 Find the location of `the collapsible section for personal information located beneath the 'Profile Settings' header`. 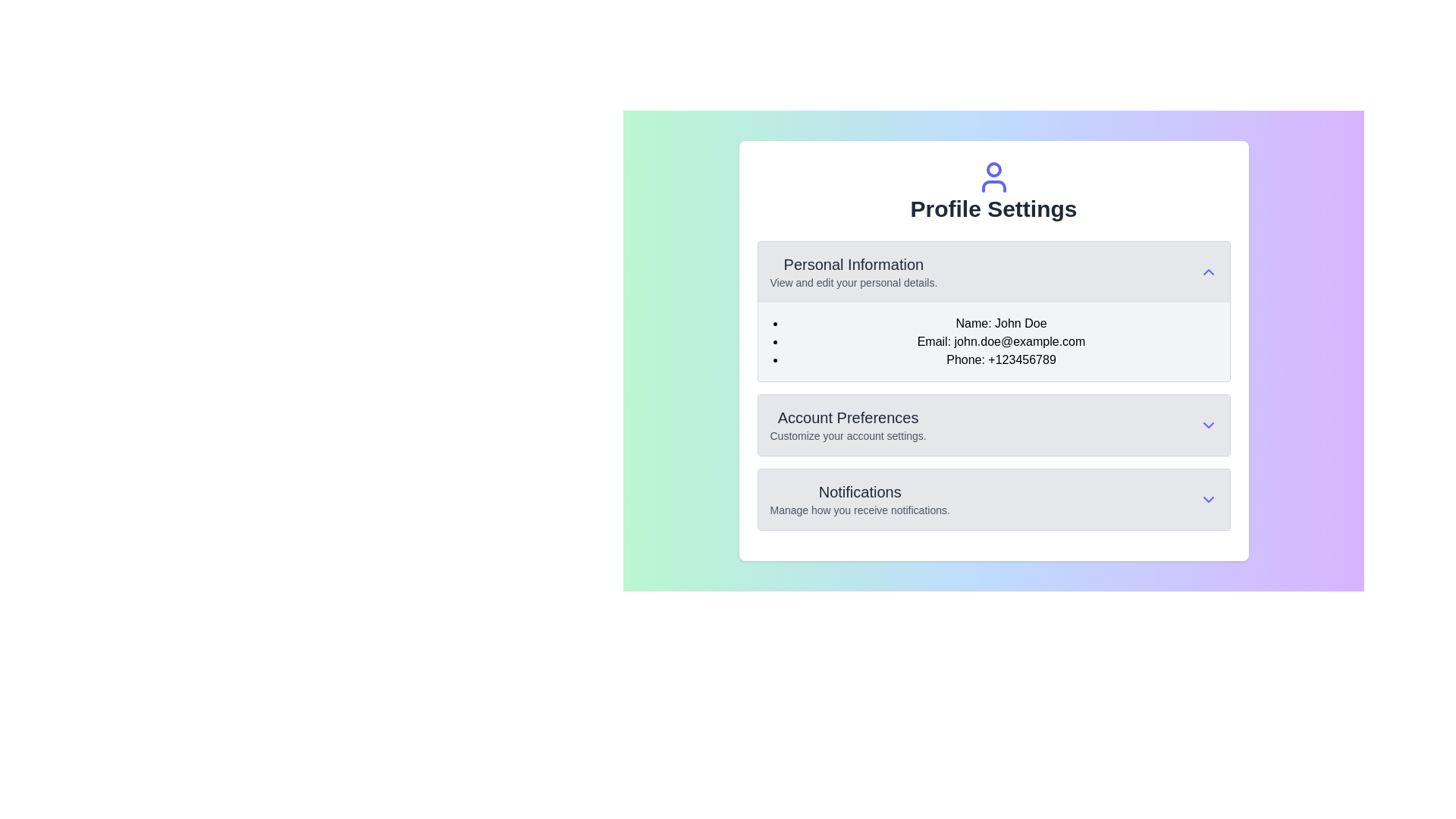

the collapsible section for personal information located beneath the 'Profile Settings' header is located at coordinates (993, 311).